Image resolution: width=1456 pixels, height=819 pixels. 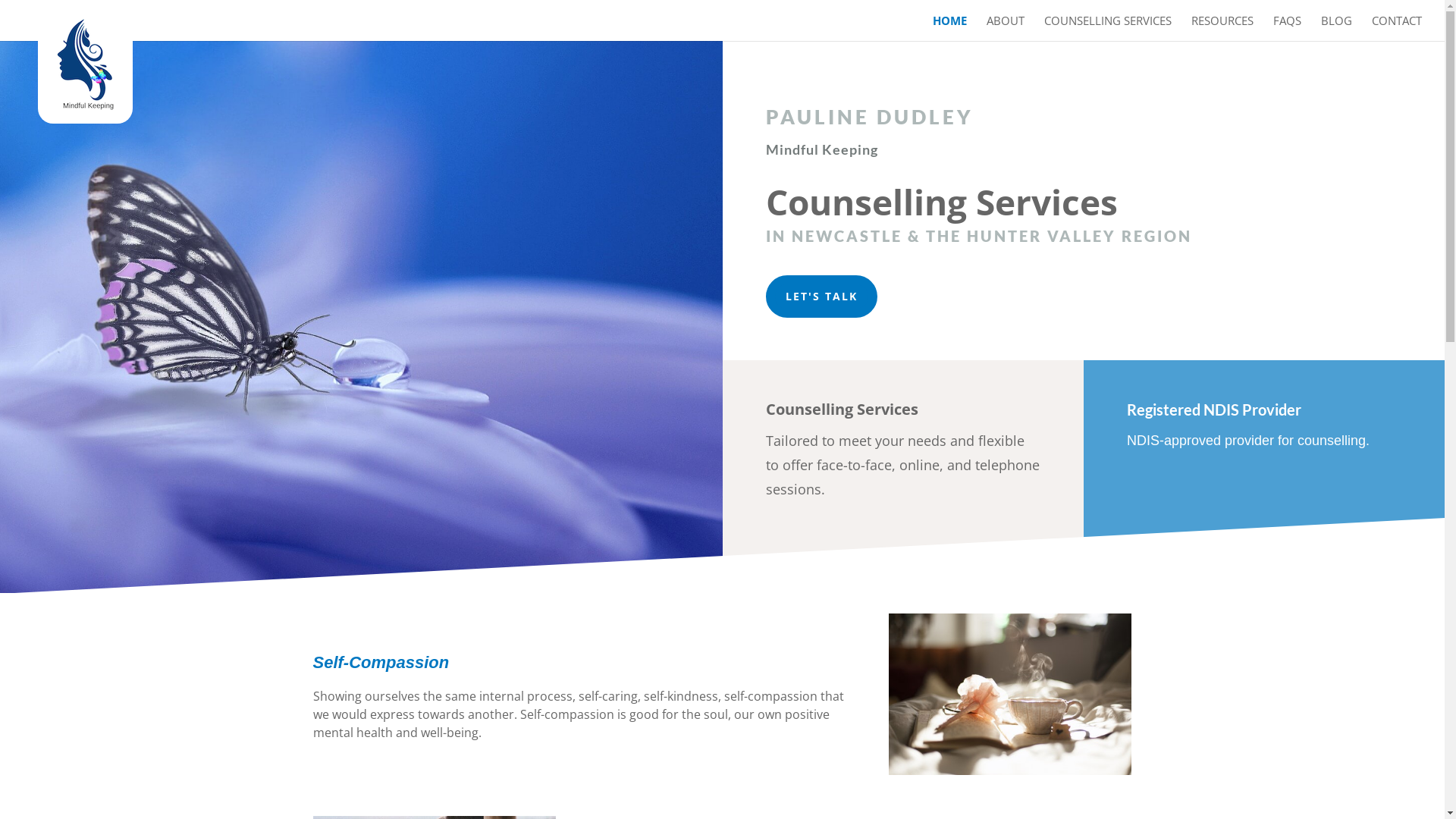 What do you see at coordinates (821, 296) in the screenshot?
I see `'LET'S TALK'` at bounding box center [821, 296].